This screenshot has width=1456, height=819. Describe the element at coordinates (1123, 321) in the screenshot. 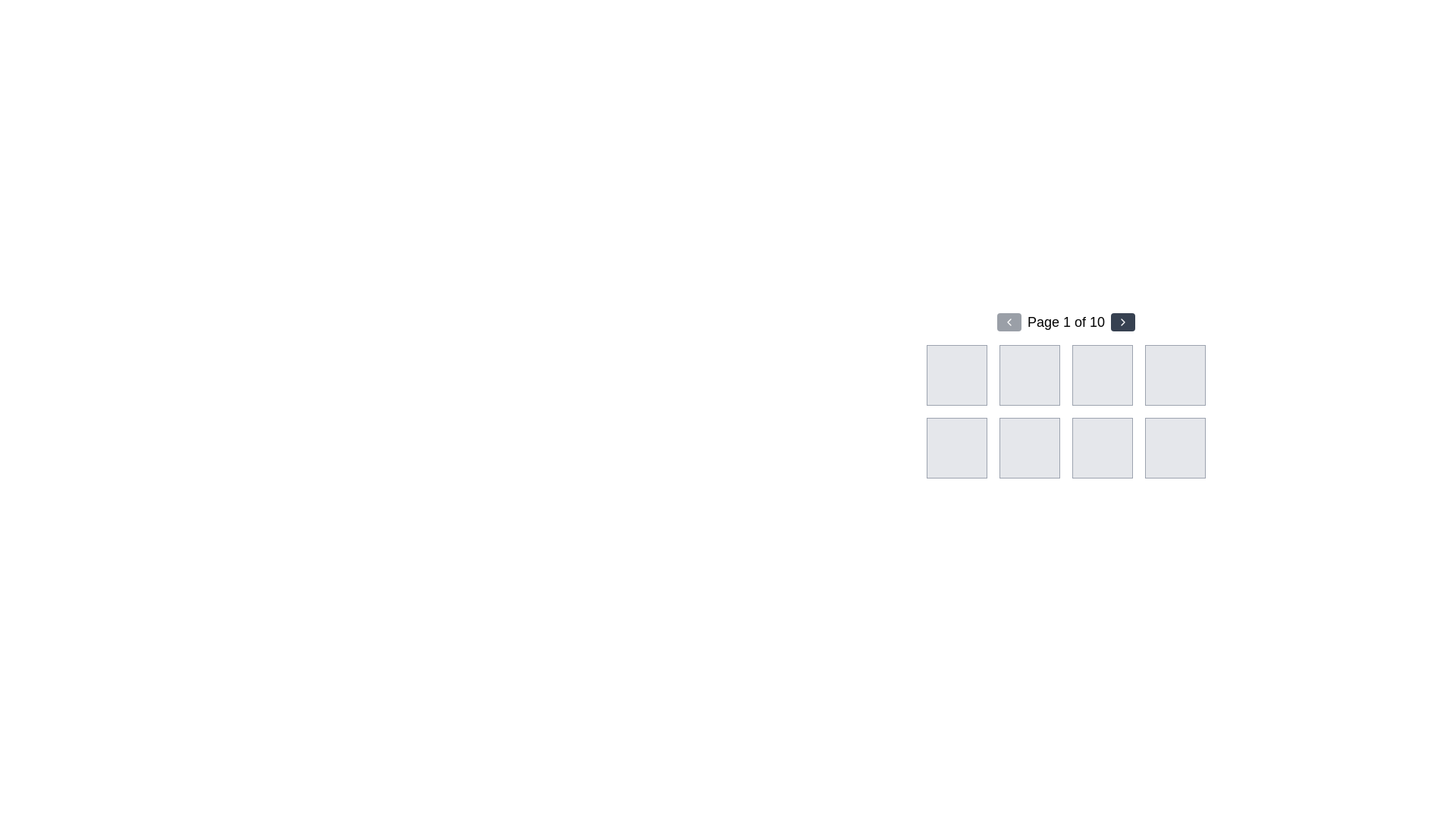

I see `the right-pointing chevron icon with a minimalistic design located at the top-right section of the interface, part of the pagination control` at that location.